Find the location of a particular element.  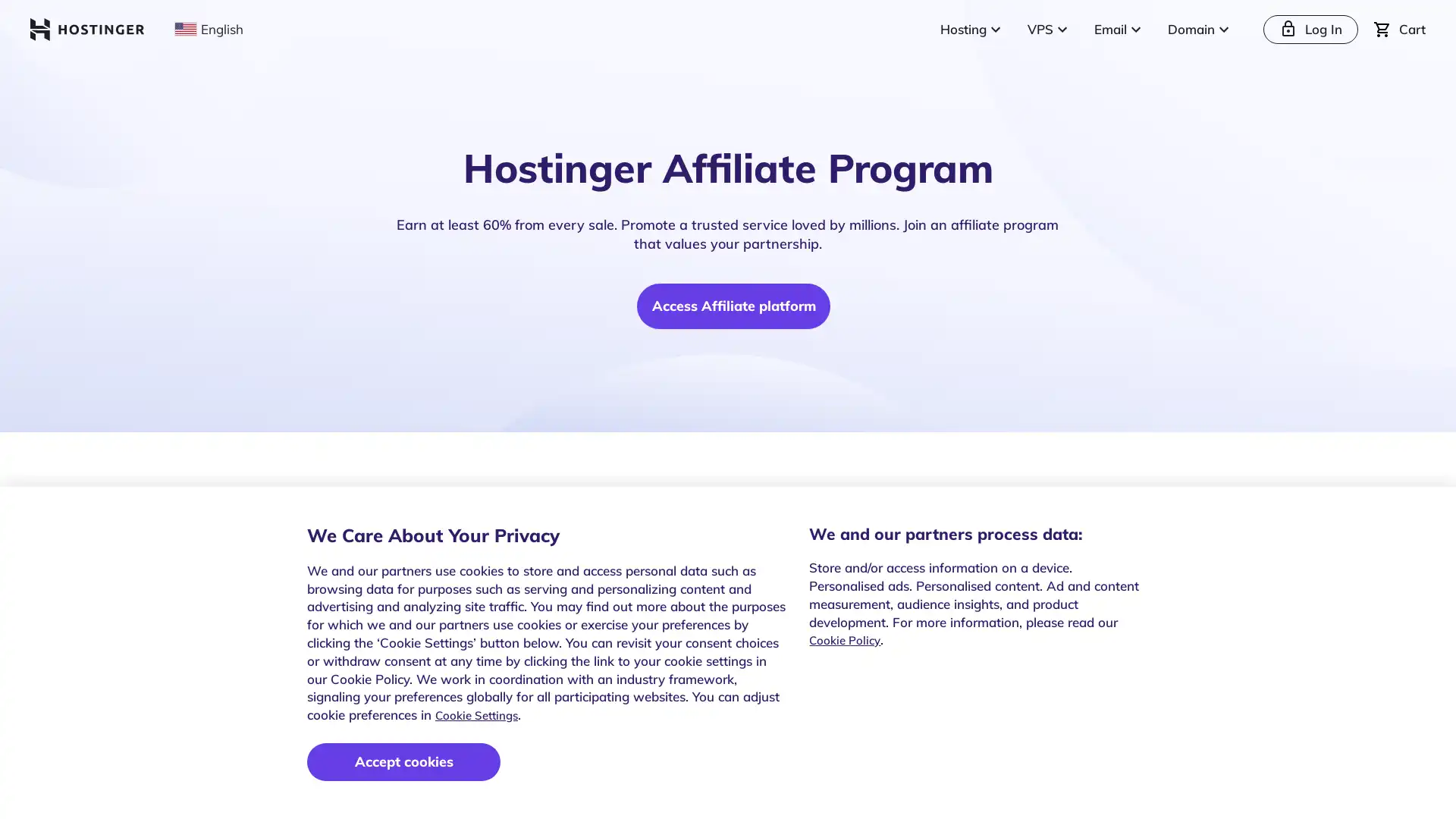

Accept cookies is located at coordinates (403, 762).